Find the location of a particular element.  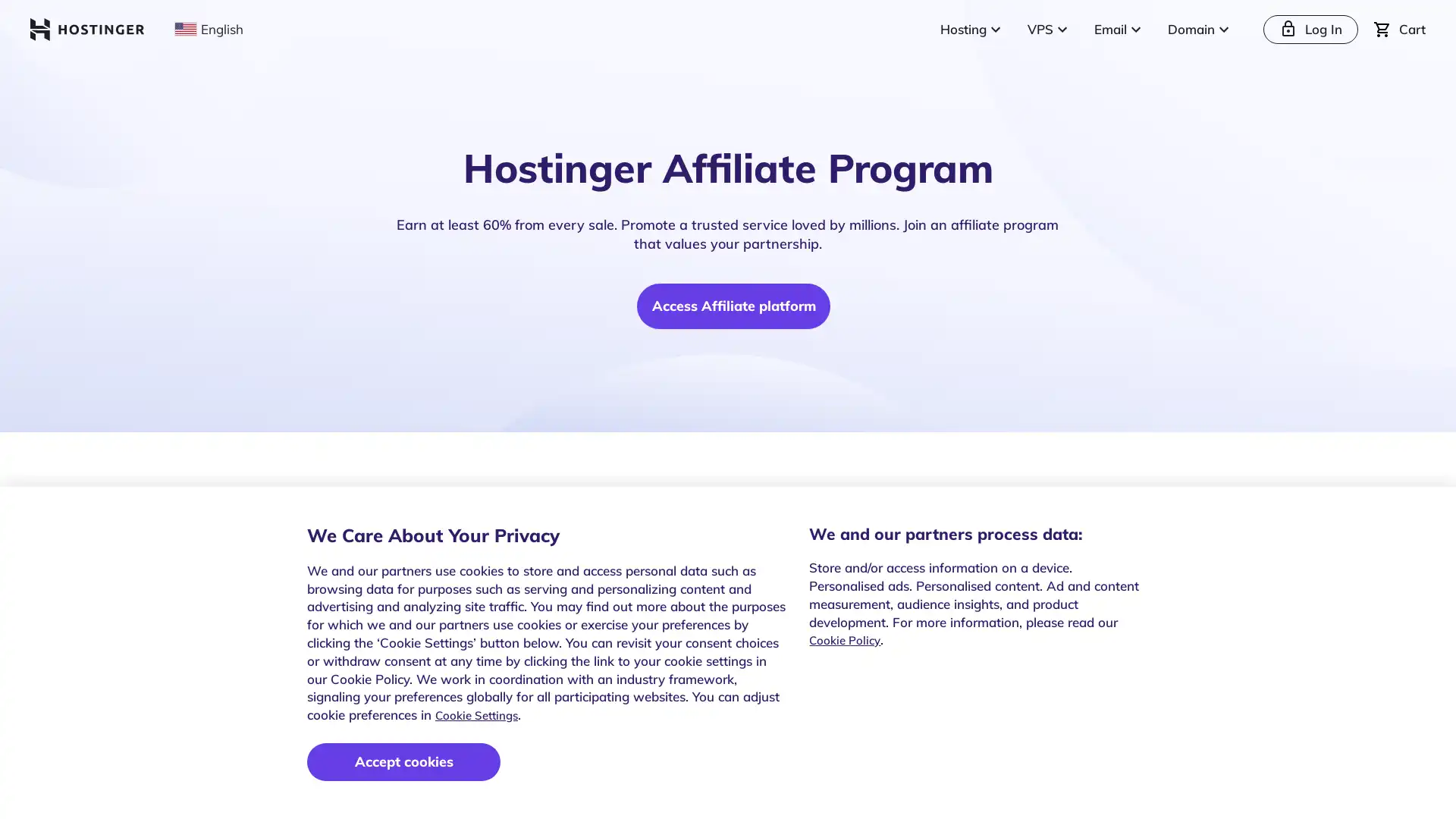

Accept cookies is located at coordinates (403, 762).